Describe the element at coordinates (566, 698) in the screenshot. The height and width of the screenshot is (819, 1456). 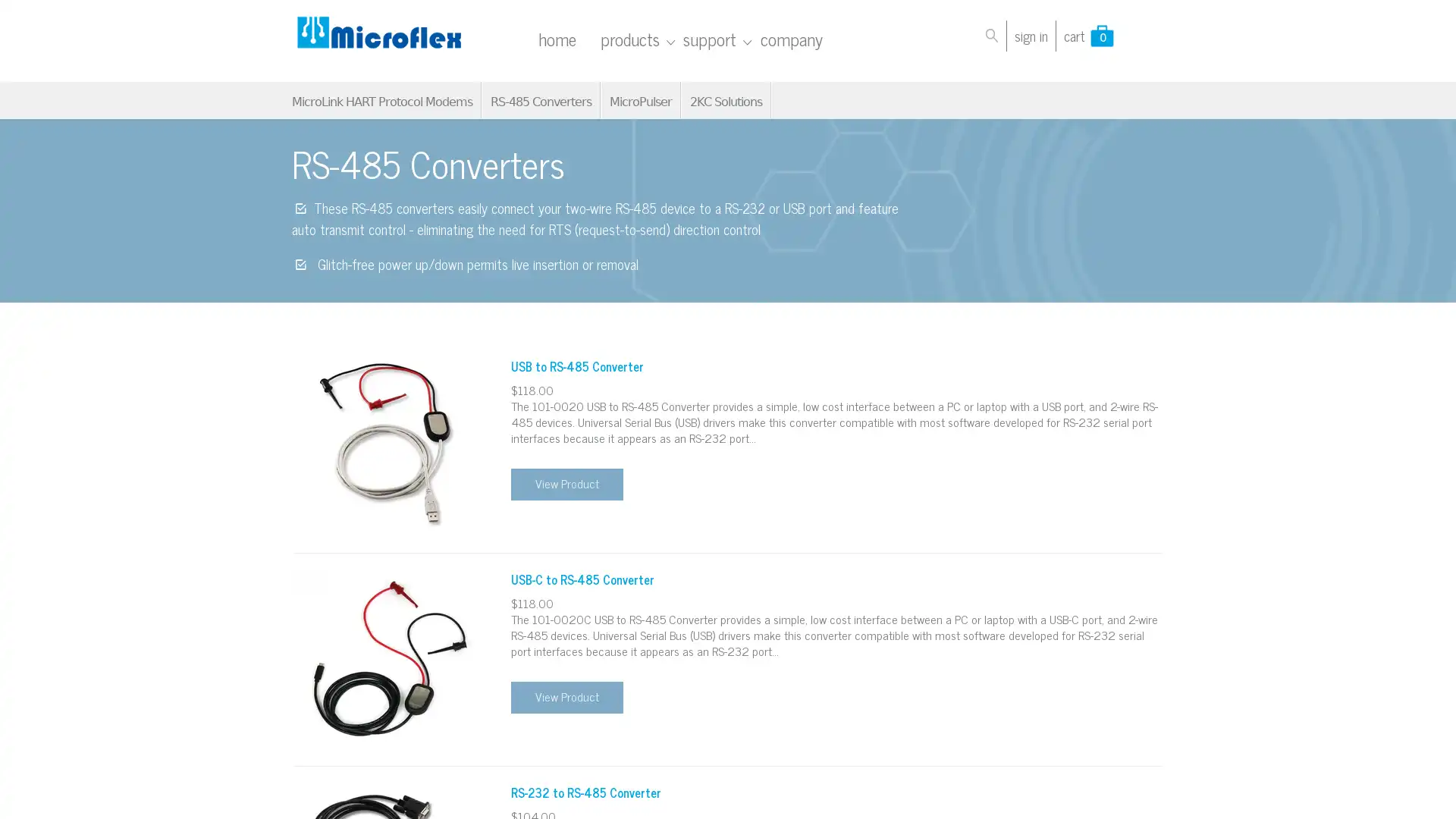
I see `View Product` at that location.